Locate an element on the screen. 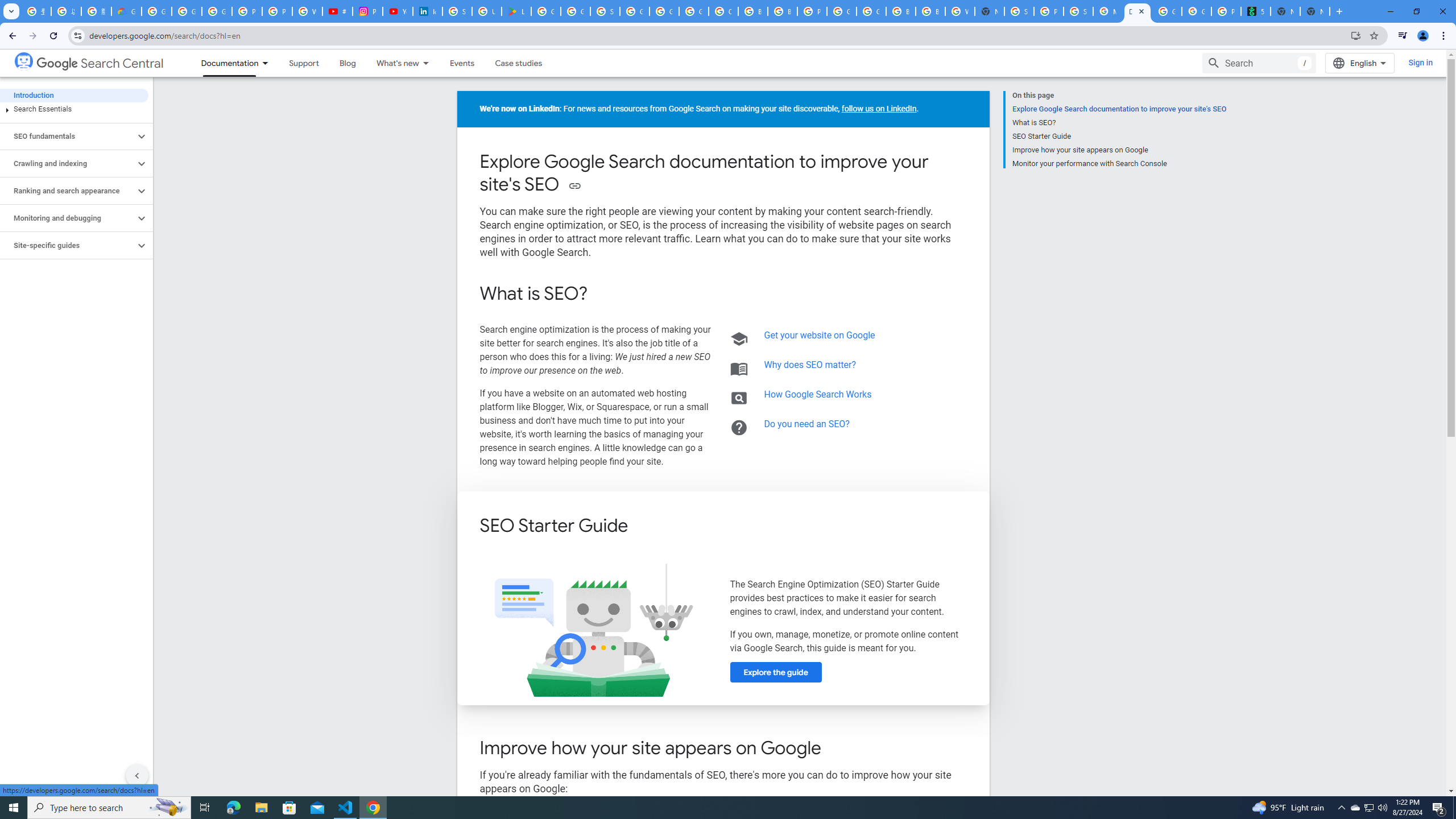  'Do you need an SEO?' is located at coordinates (806, 423).